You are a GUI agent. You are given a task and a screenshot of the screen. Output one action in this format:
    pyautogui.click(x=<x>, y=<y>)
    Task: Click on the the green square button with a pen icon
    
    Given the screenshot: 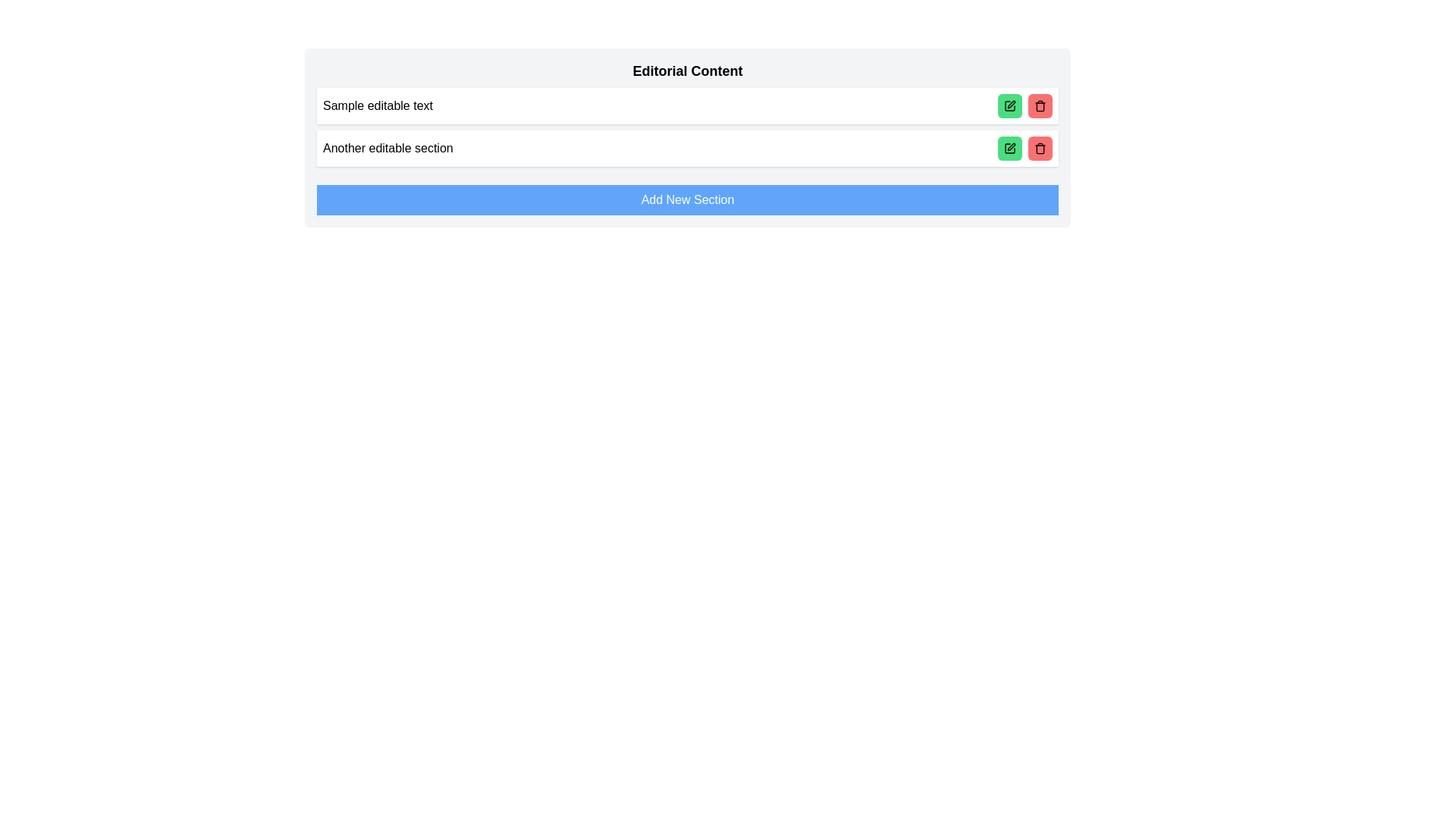 What is the action you would take?
    pyautogui.click(x=1009, y=149)
    